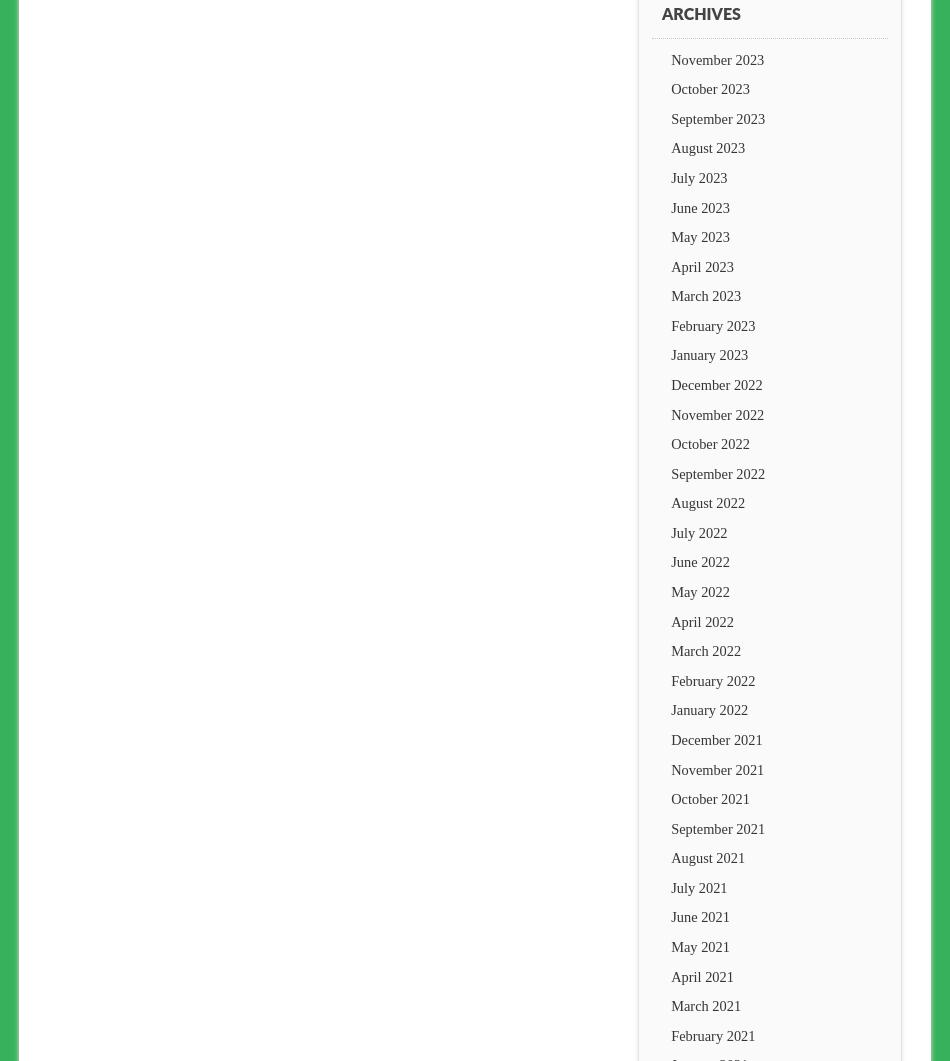  What do you see at coordinates (699, 916) in the screenshot?
I see `'June 2021'` at bounding box center [699, 916].